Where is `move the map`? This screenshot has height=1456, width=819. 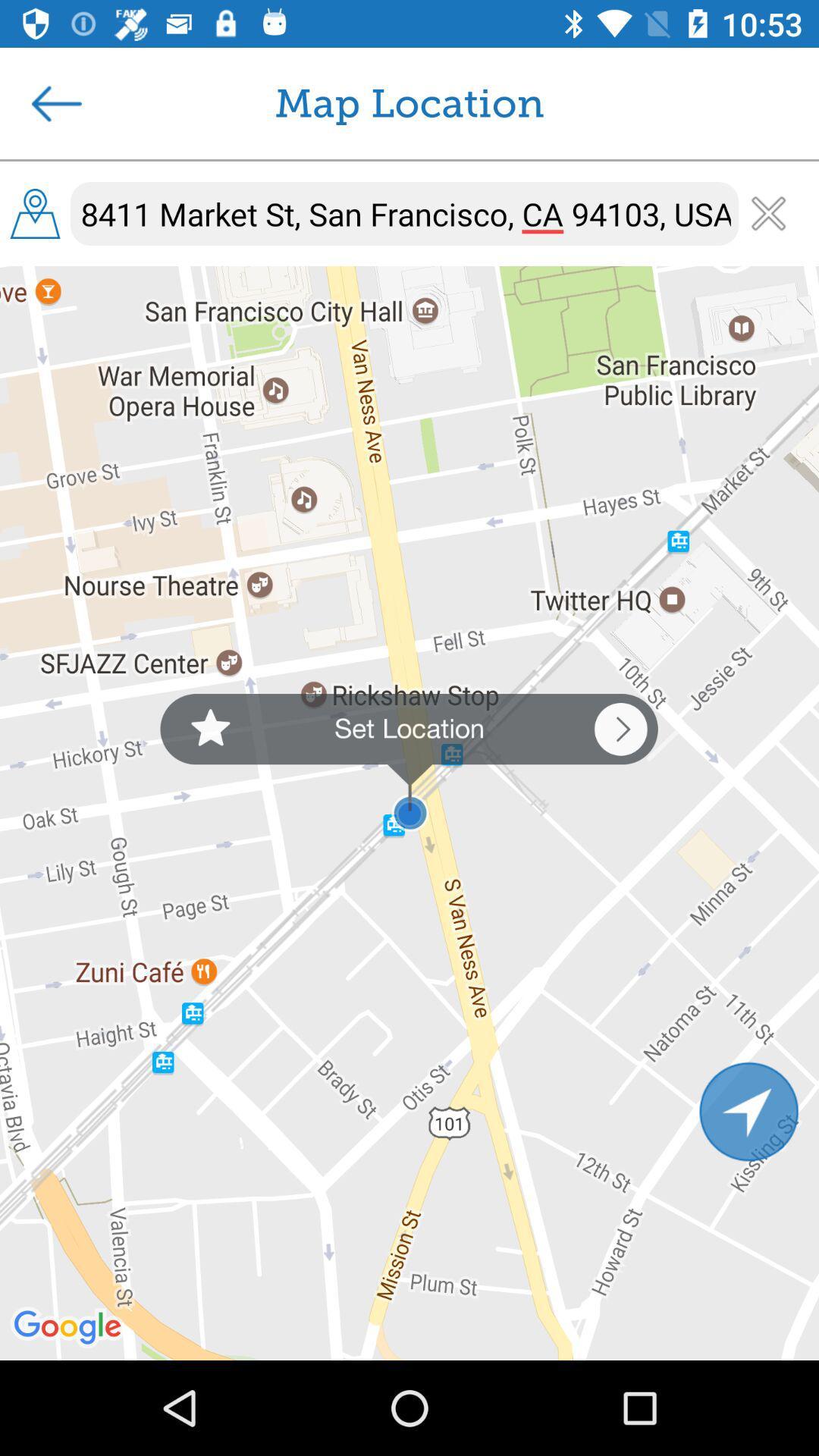
move the map is located at coordinates (748, 1111).